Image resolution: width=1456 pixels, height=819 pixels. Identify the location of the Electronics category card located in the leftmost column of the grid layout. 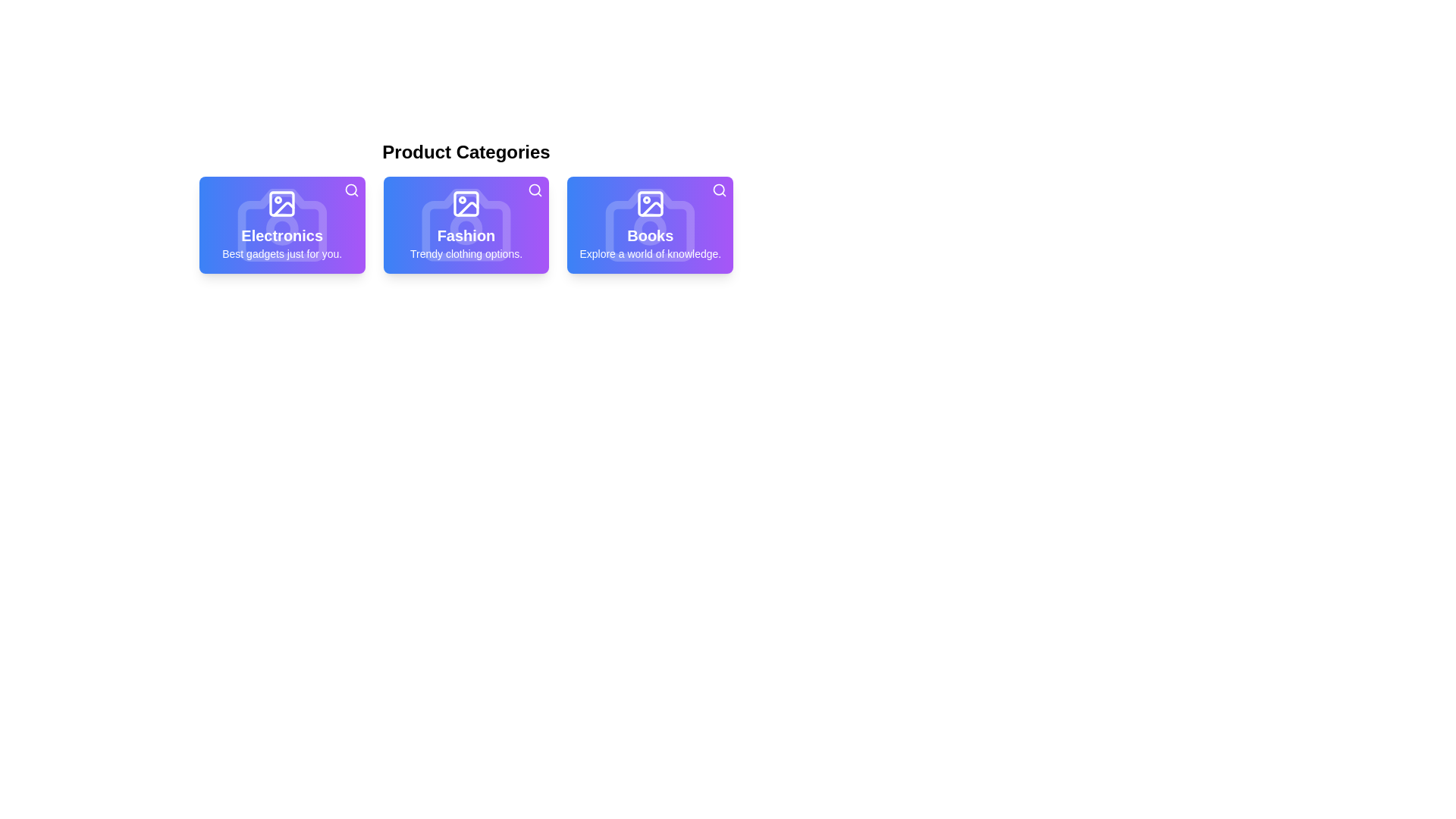
(282, 225).